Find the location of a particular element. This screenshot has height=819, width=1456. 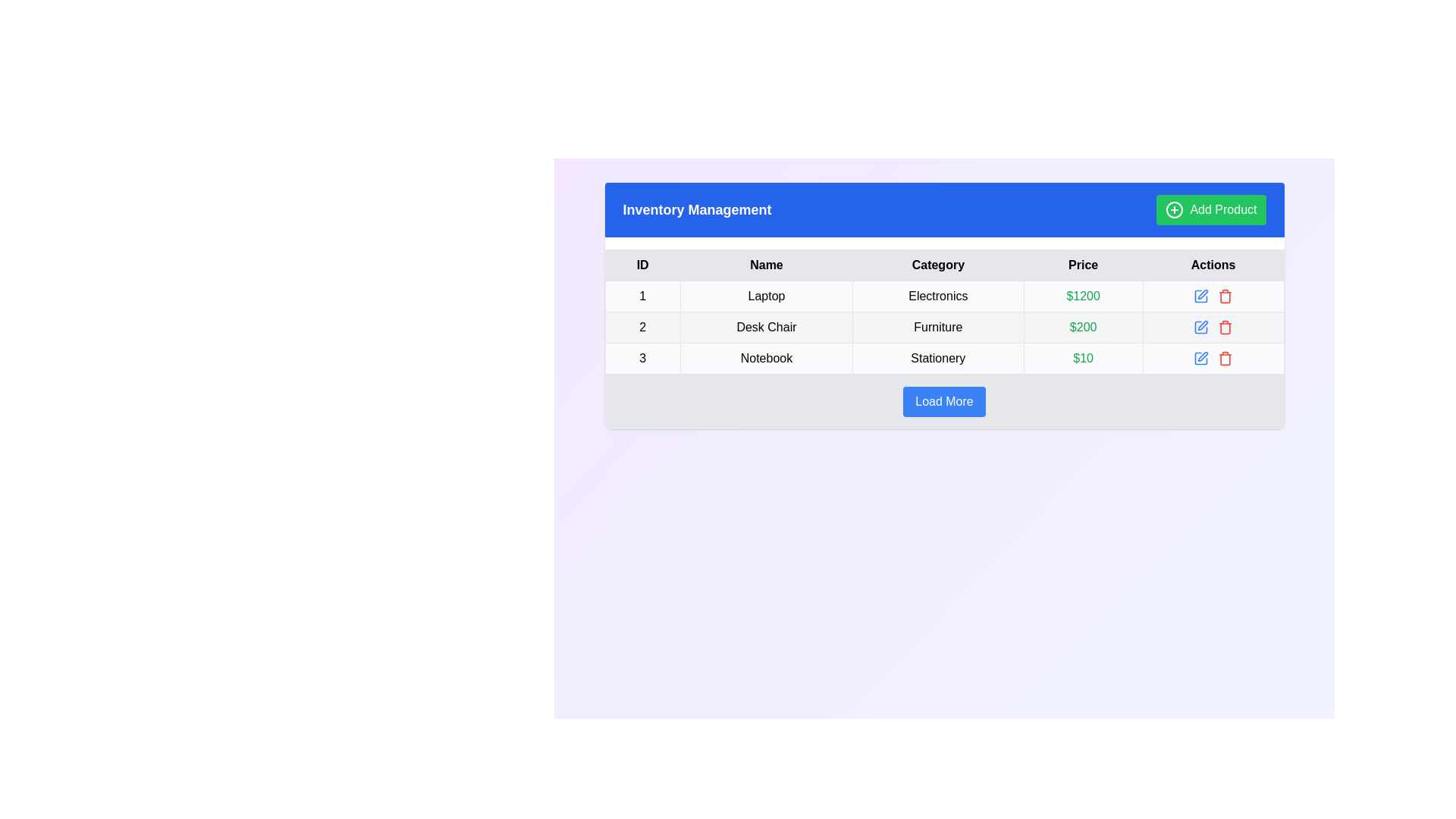

the delete button in the 'Actions' column of the second row of the table is located at coordinates (1225, 327).